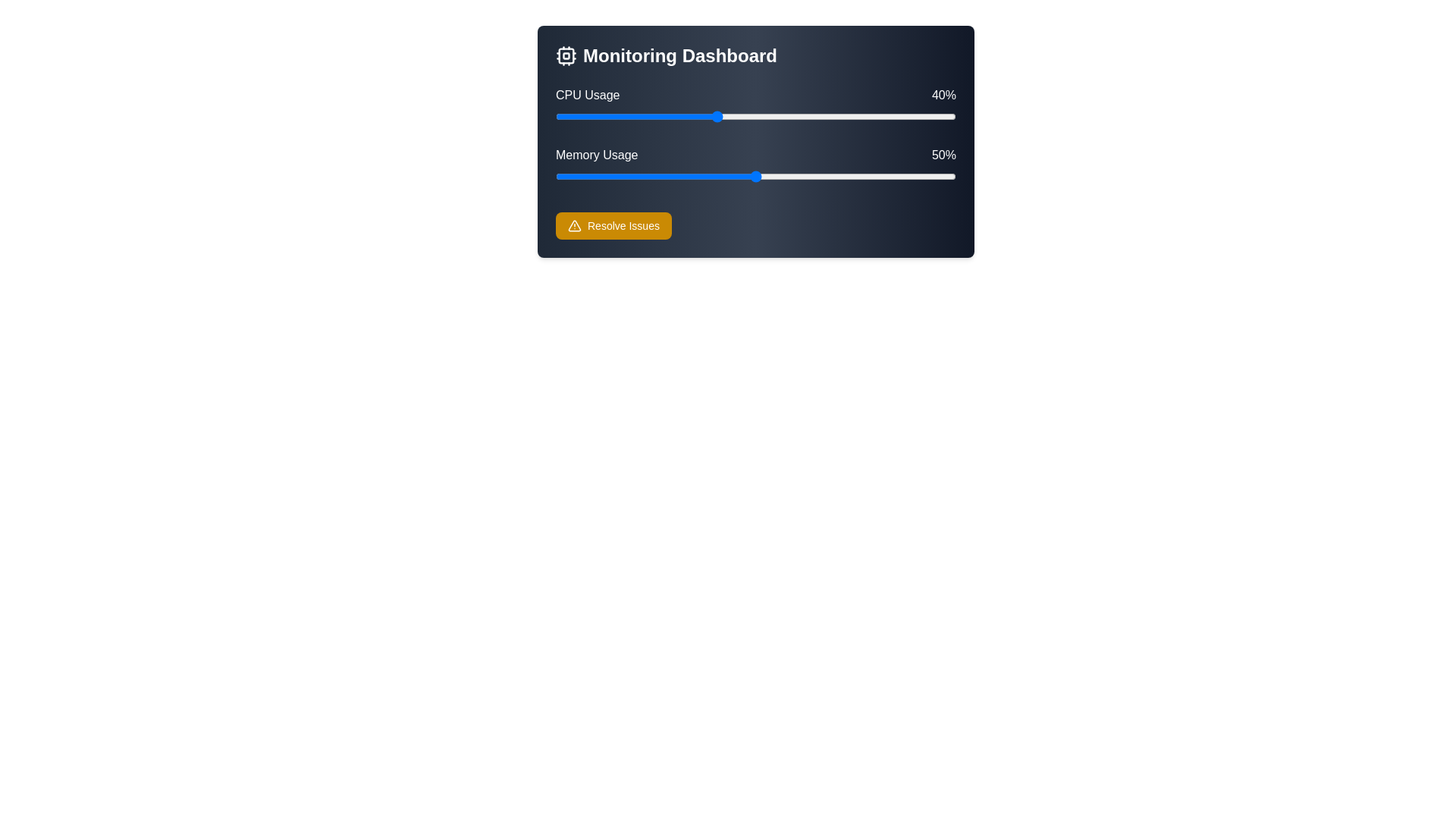 This screenshot has width=1456, height=819. What do you see at coordinates (582, 116) in the screenshot?
I see `CPU usage` at bounding box center [582, 116].